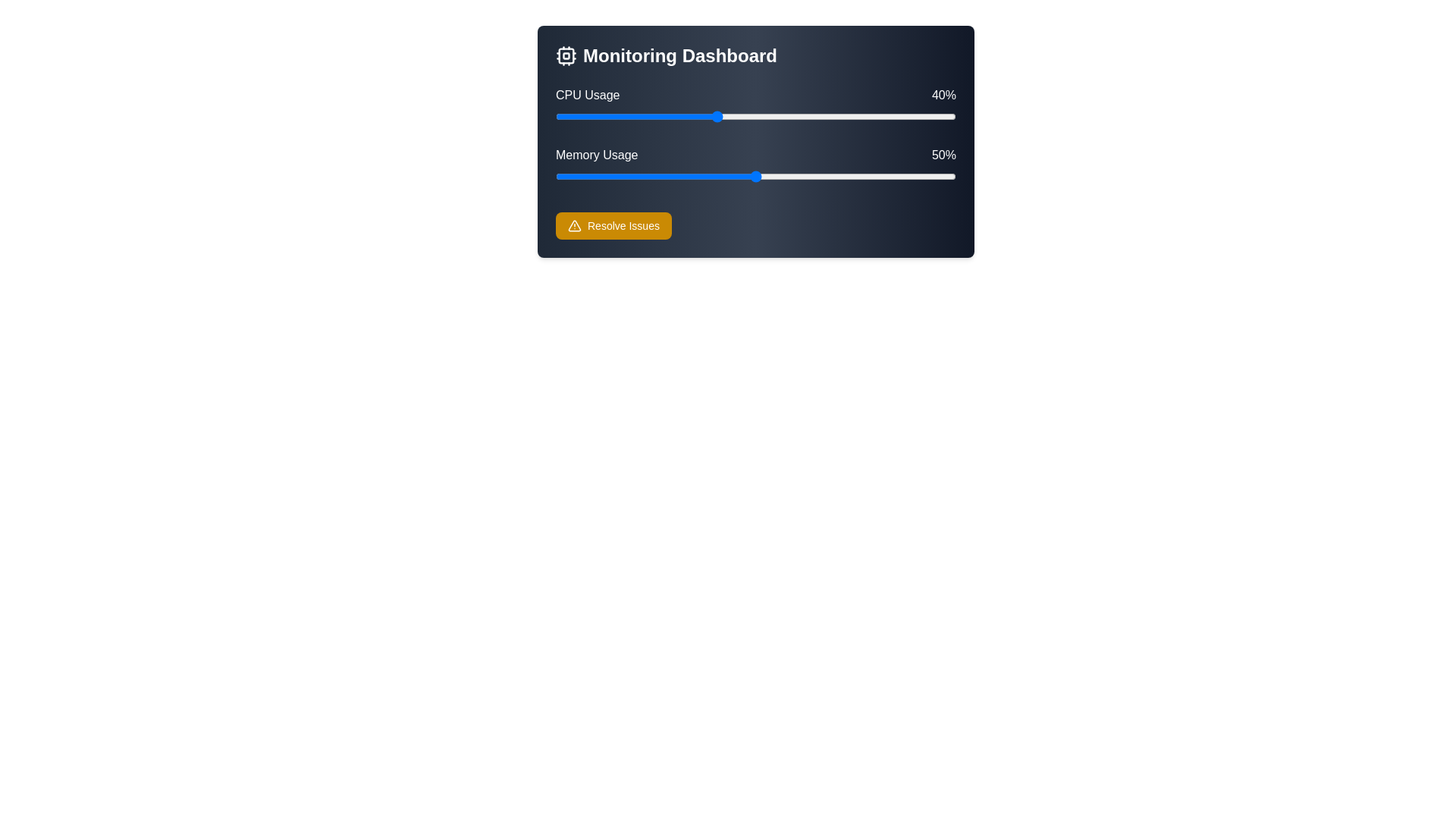 This screenshot has width=1456, height=819. What do you see at coordinates (582, 116) in the screenshot?
I see `CPU usage` at bounding box center [582, 116].